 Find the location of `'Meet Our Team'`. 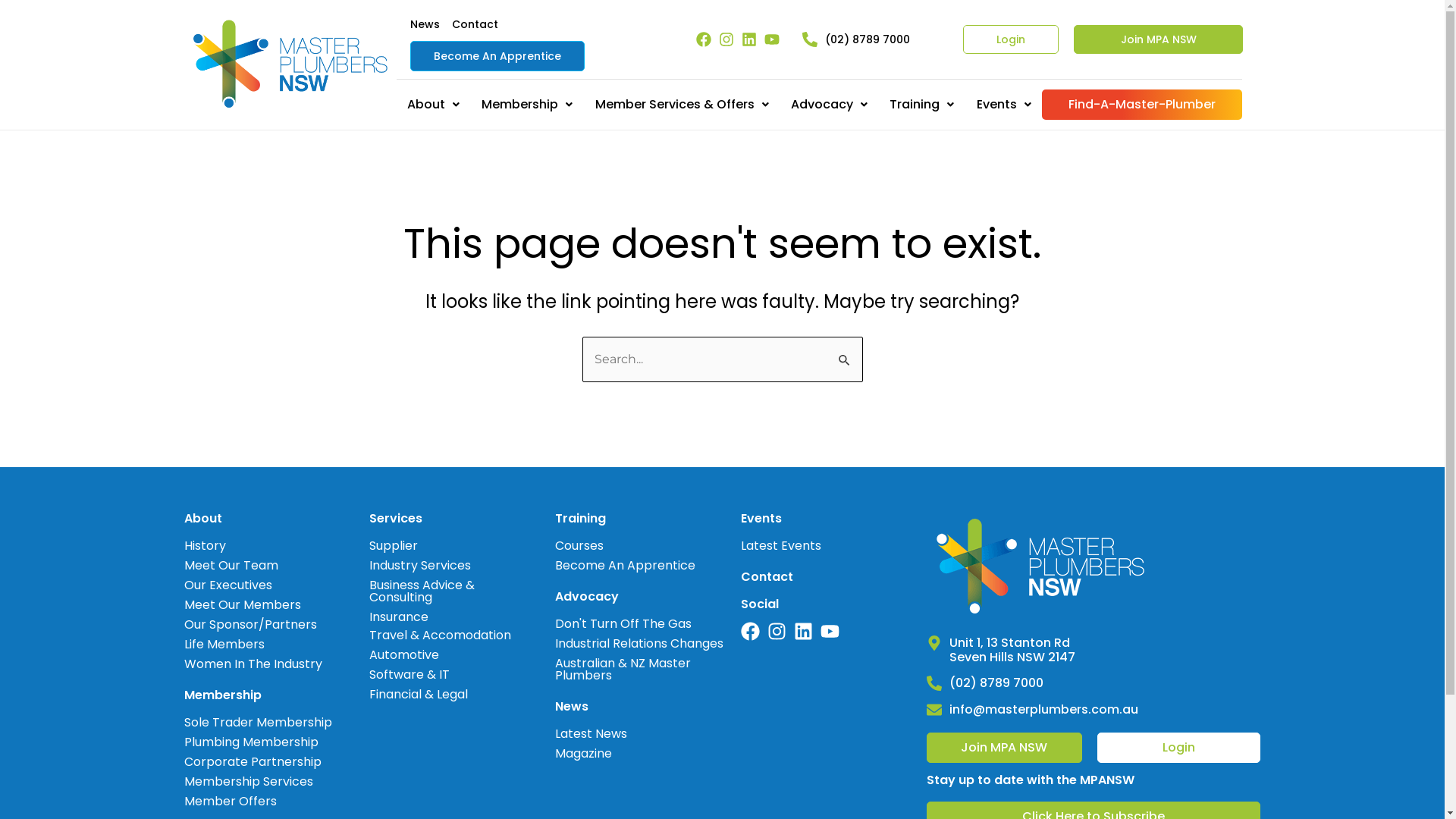

'Meet Our Team' is located at coordinates (182, 565).